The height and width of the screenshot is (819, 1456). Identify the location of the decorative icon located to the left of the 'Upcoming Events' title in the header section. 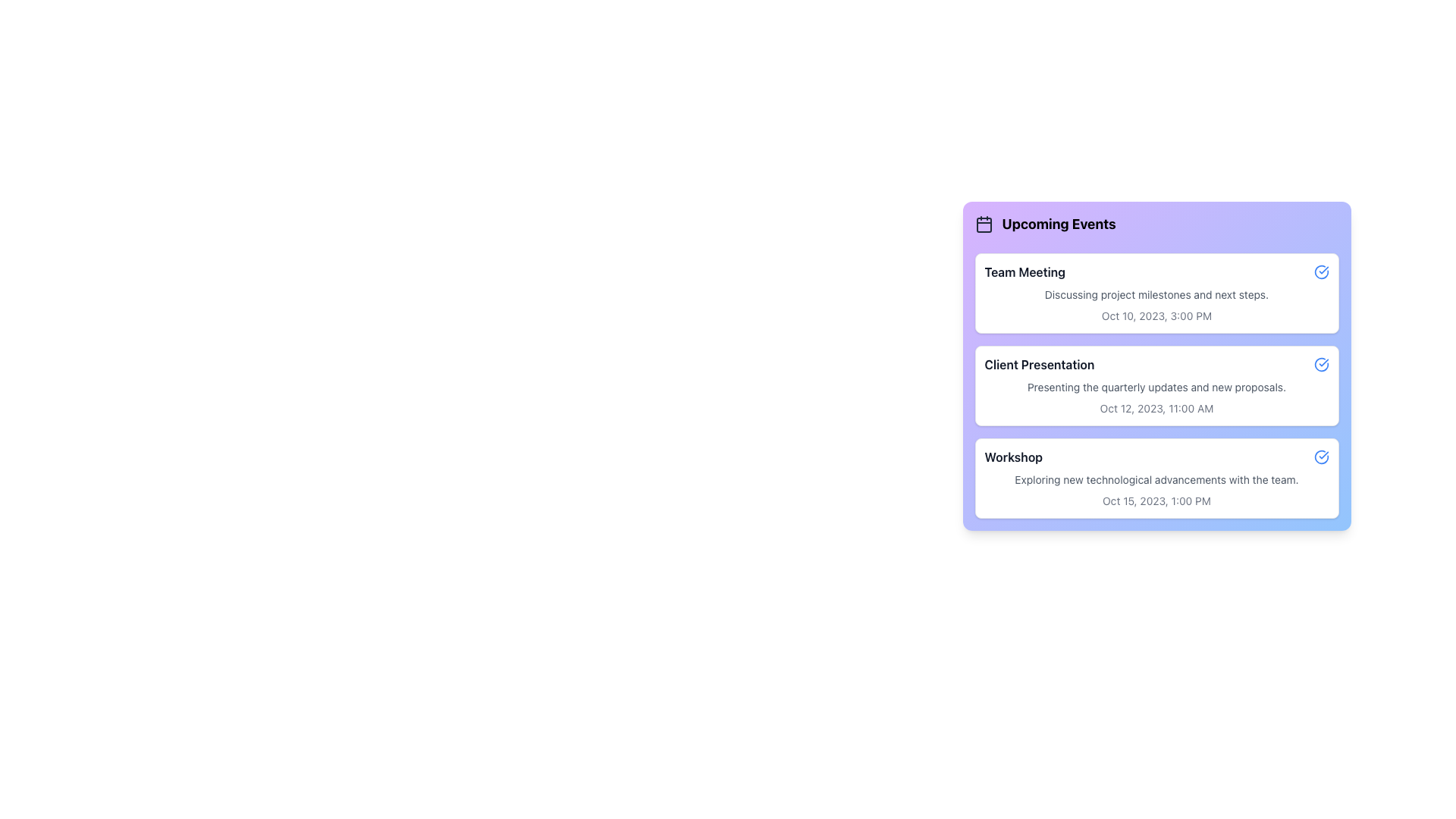
(984, 224).